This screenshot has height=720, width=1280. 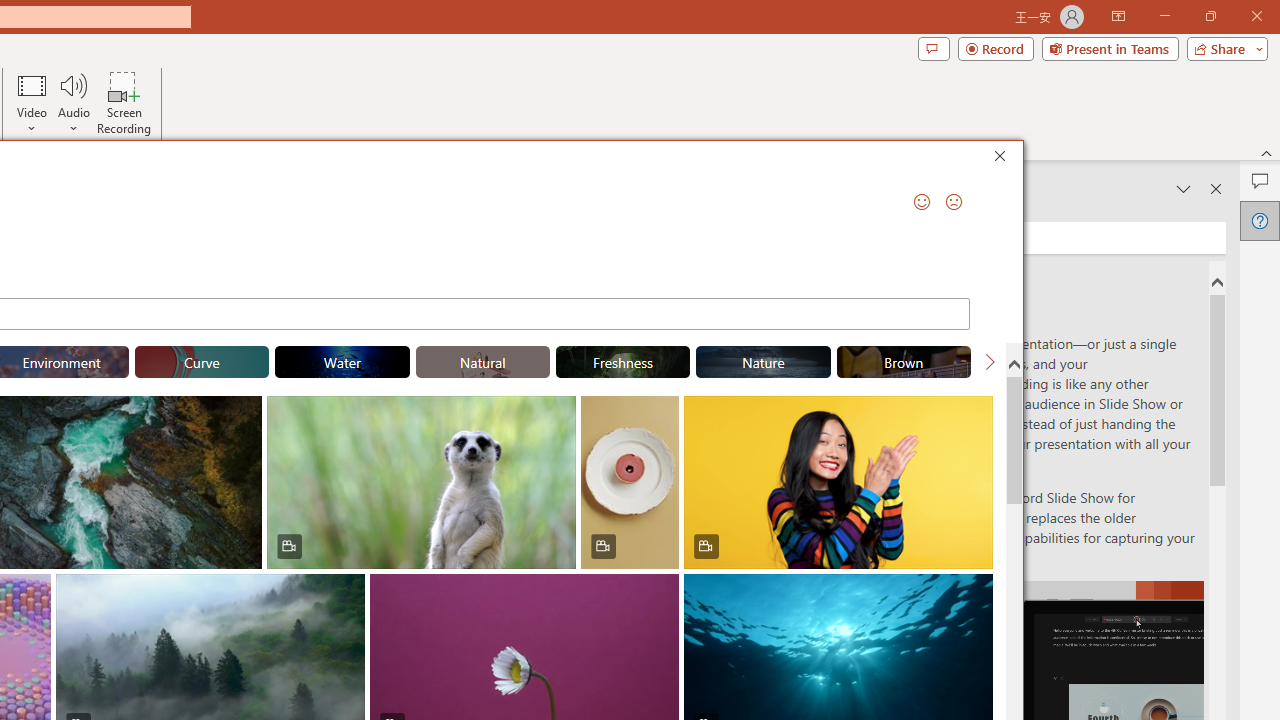 What do you see at coordinates (123, 103) in the screenshot?
I see `'Screen Recording...'` at bounding box center [123, 103].